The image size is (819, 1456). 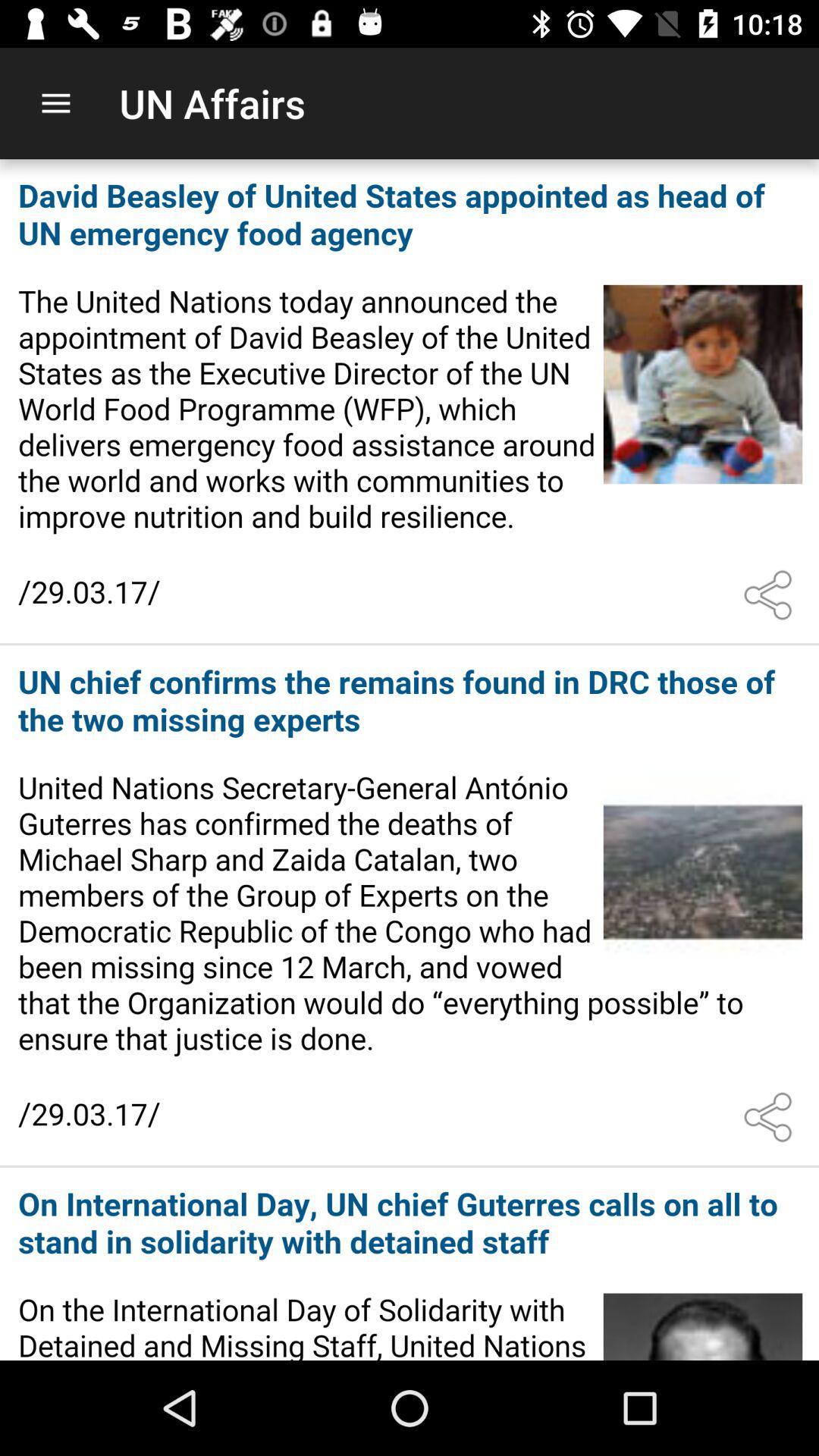 I want to click on share, so click(x=771, y=1117).